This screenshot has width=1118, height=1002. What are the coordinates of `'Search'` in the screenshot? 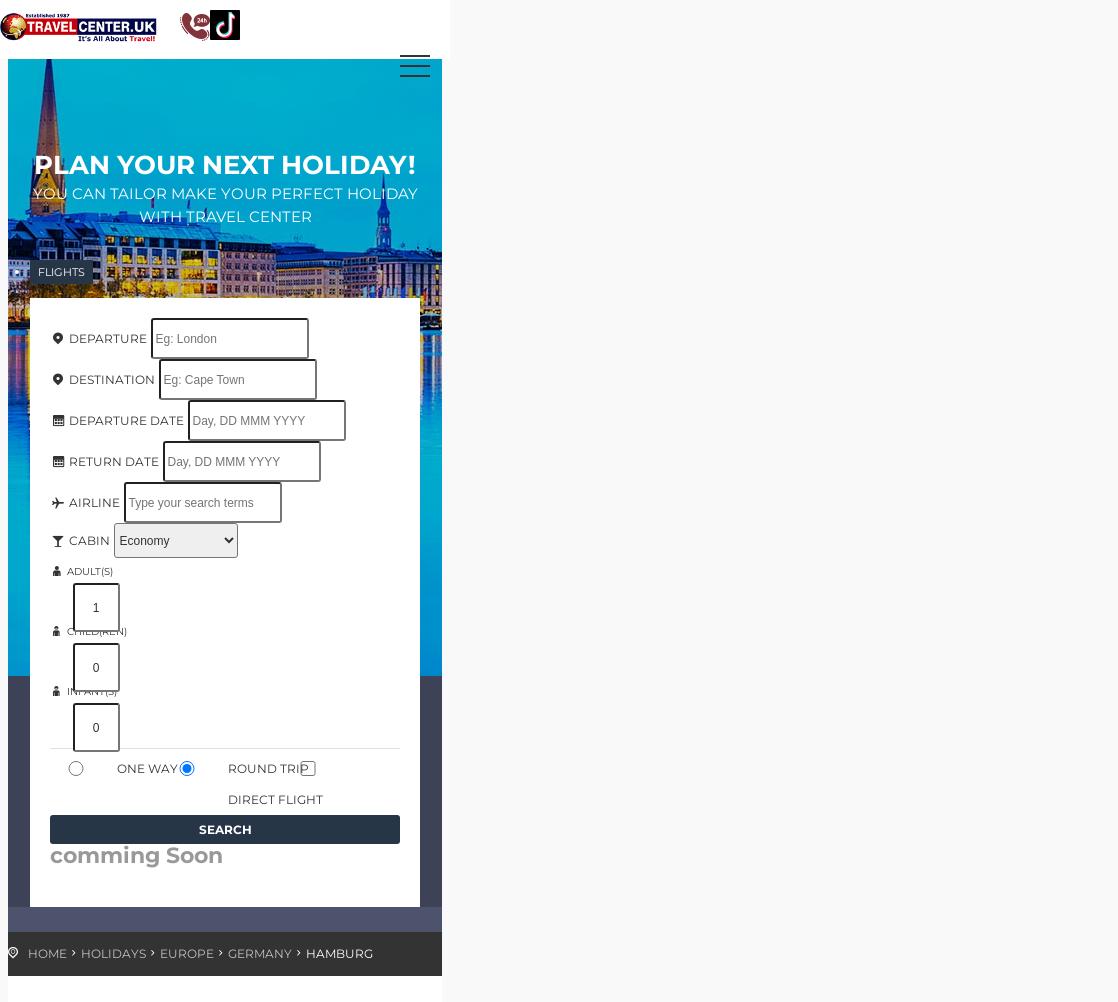 It's located at (224, 828).